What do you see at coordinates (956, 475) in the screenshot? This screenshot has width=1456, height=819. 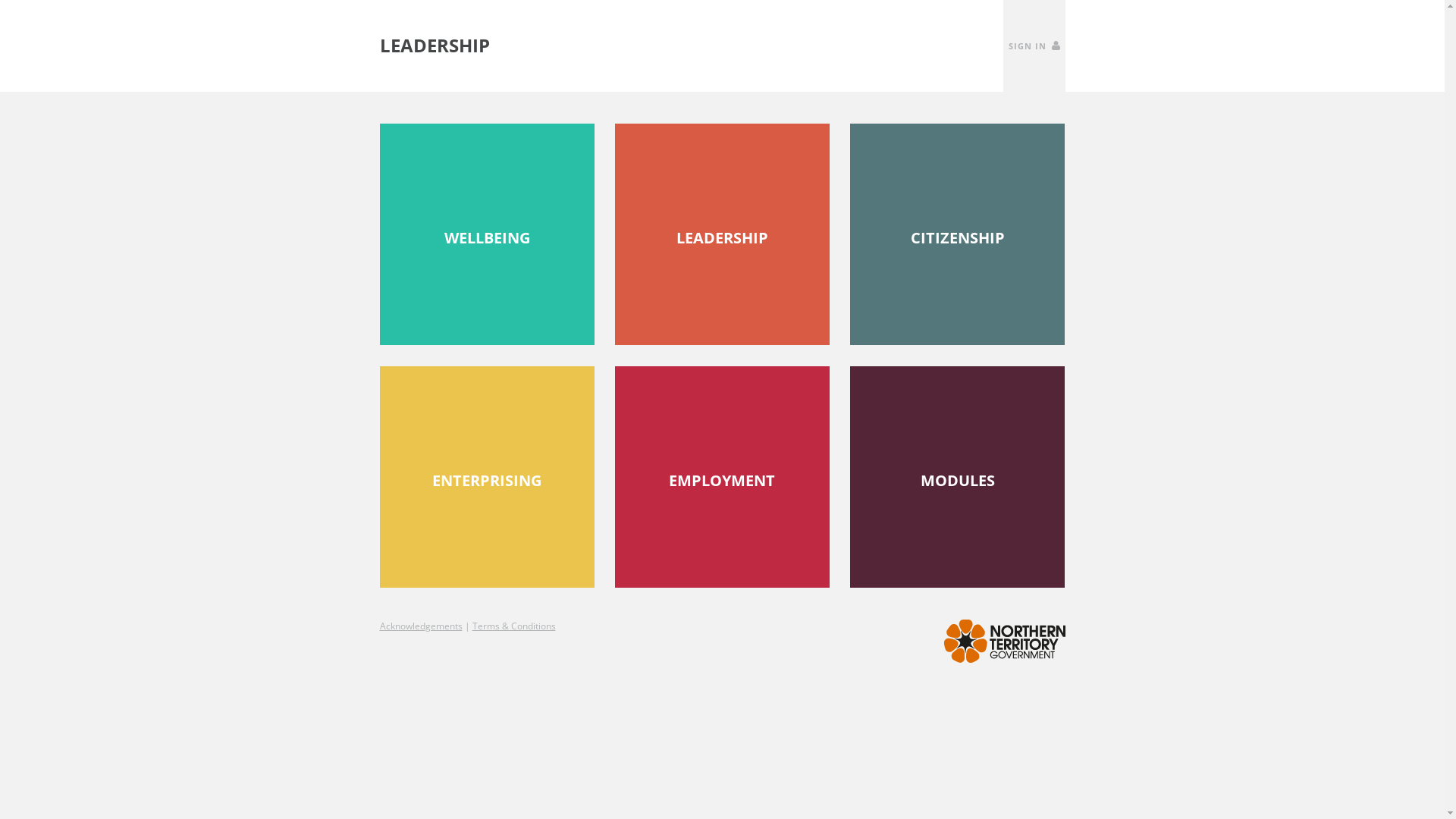 I see `'MODULES'` at bounding box center [956, 475].